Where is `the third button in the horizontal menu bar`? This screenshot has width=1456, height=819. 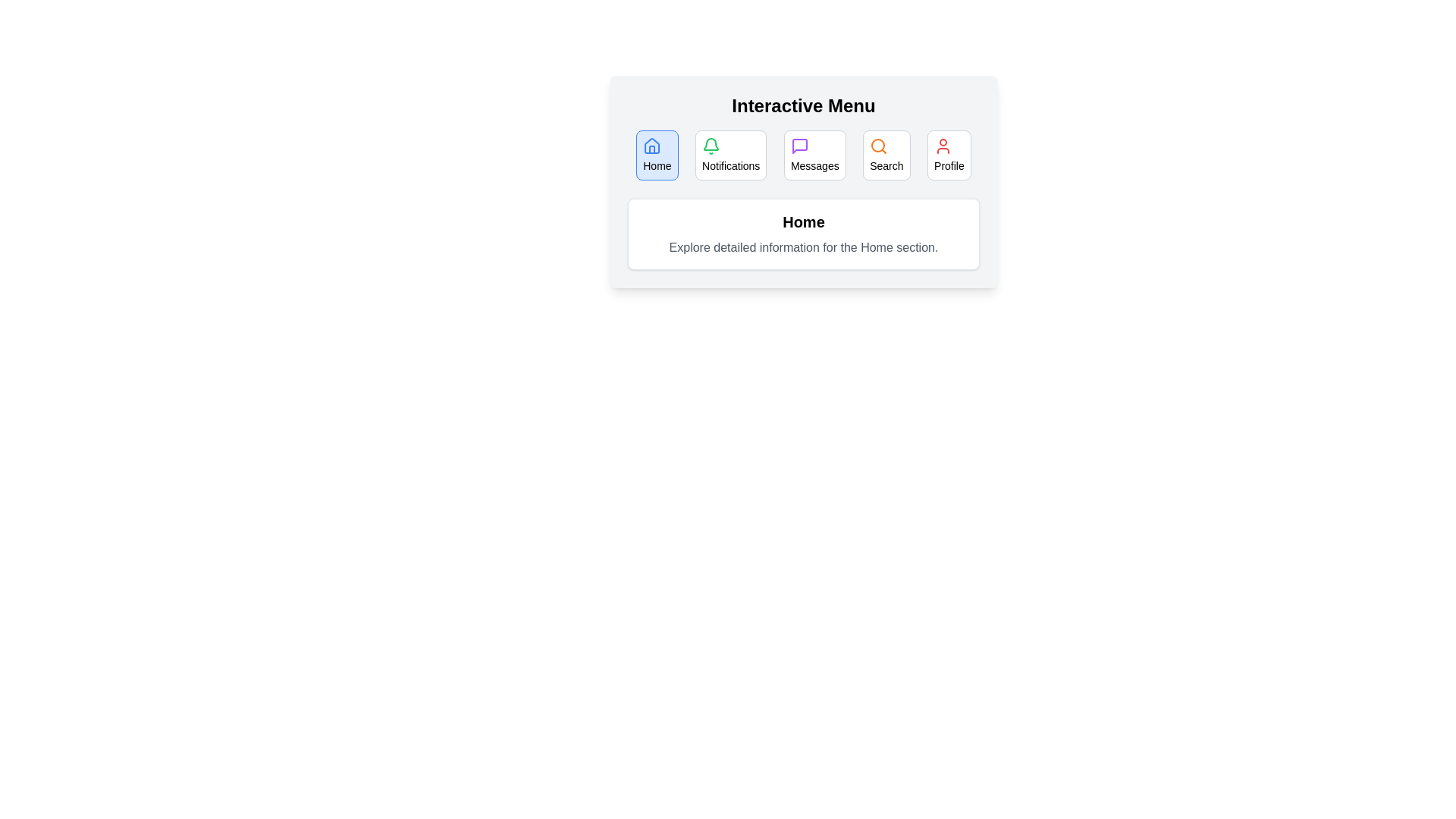 the third button in the horizontal menu bar is located at coordinates (814, 155).